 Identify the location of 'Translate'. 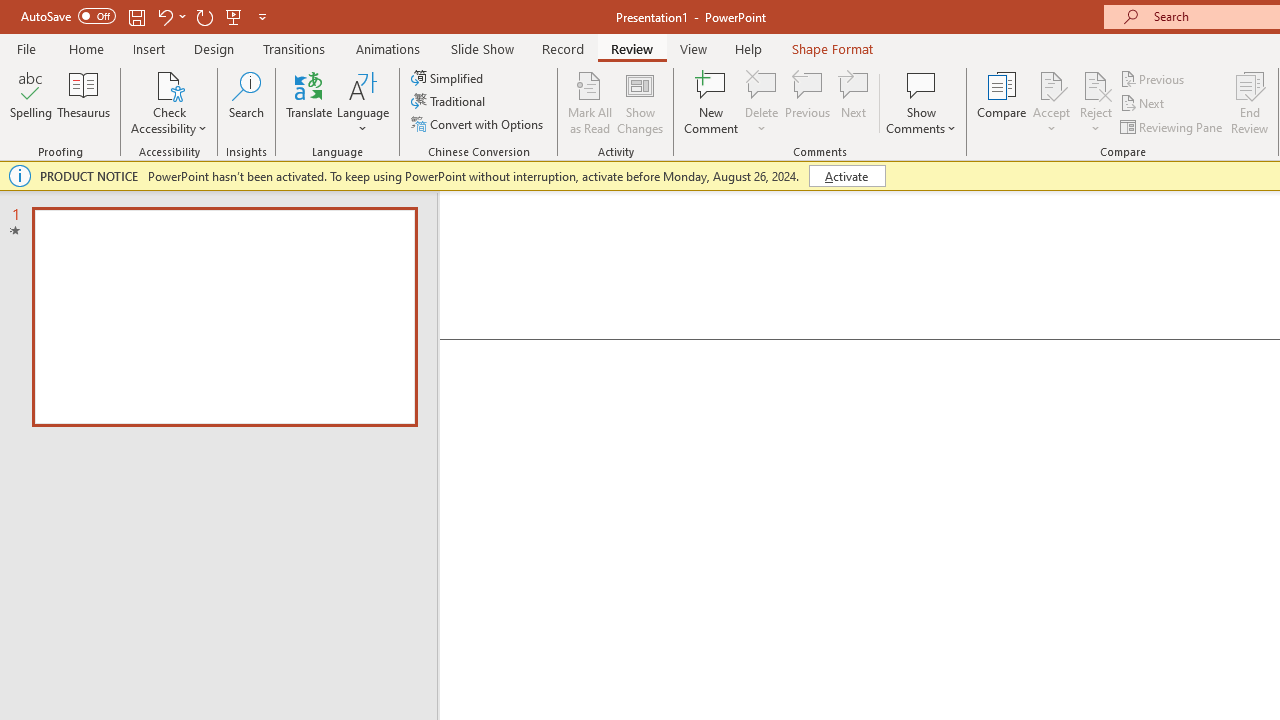
(308, 103).